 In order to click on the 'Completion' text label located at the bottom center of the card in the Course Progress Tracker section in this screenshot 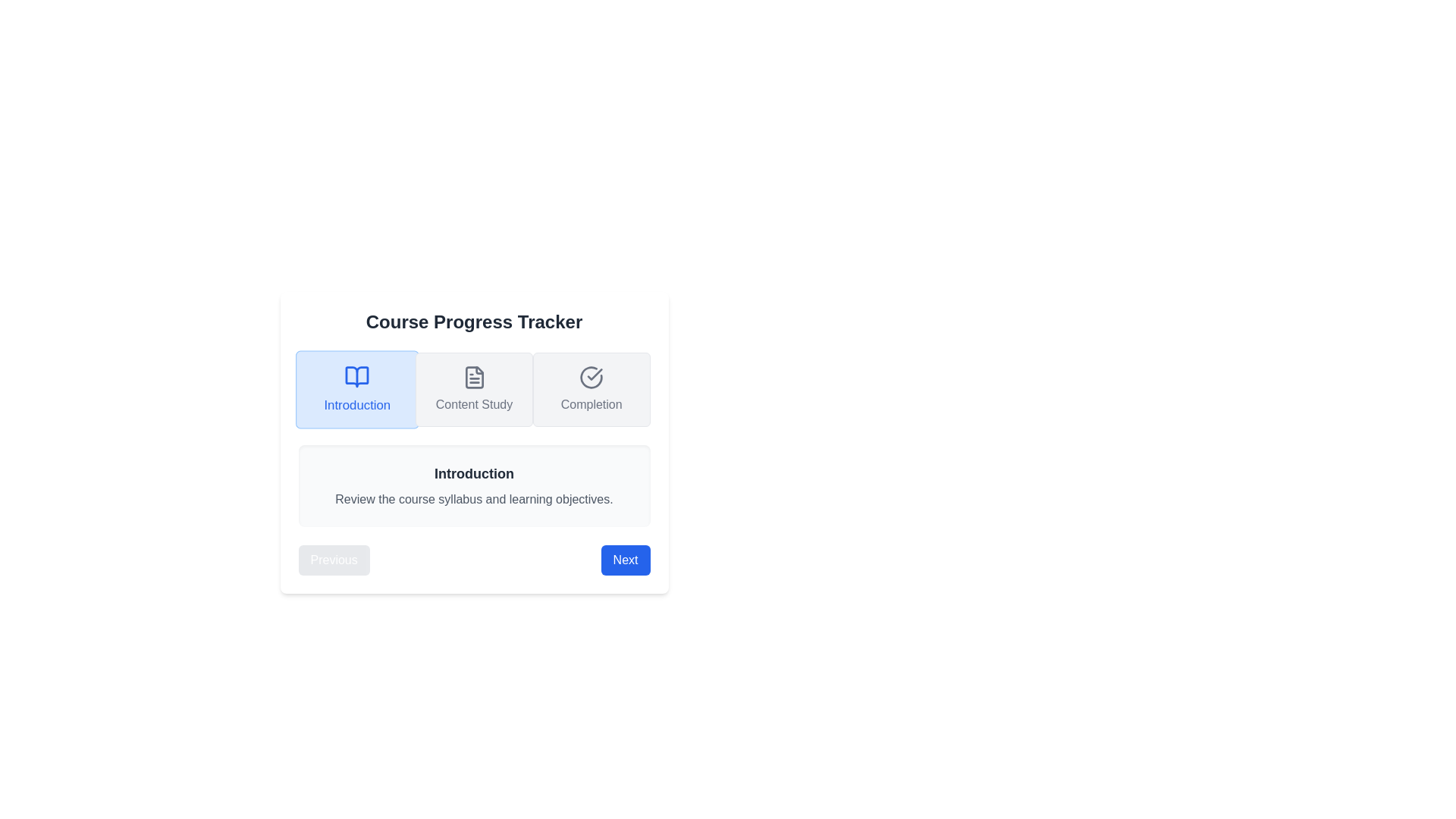, I will do `click(591, 403)`.